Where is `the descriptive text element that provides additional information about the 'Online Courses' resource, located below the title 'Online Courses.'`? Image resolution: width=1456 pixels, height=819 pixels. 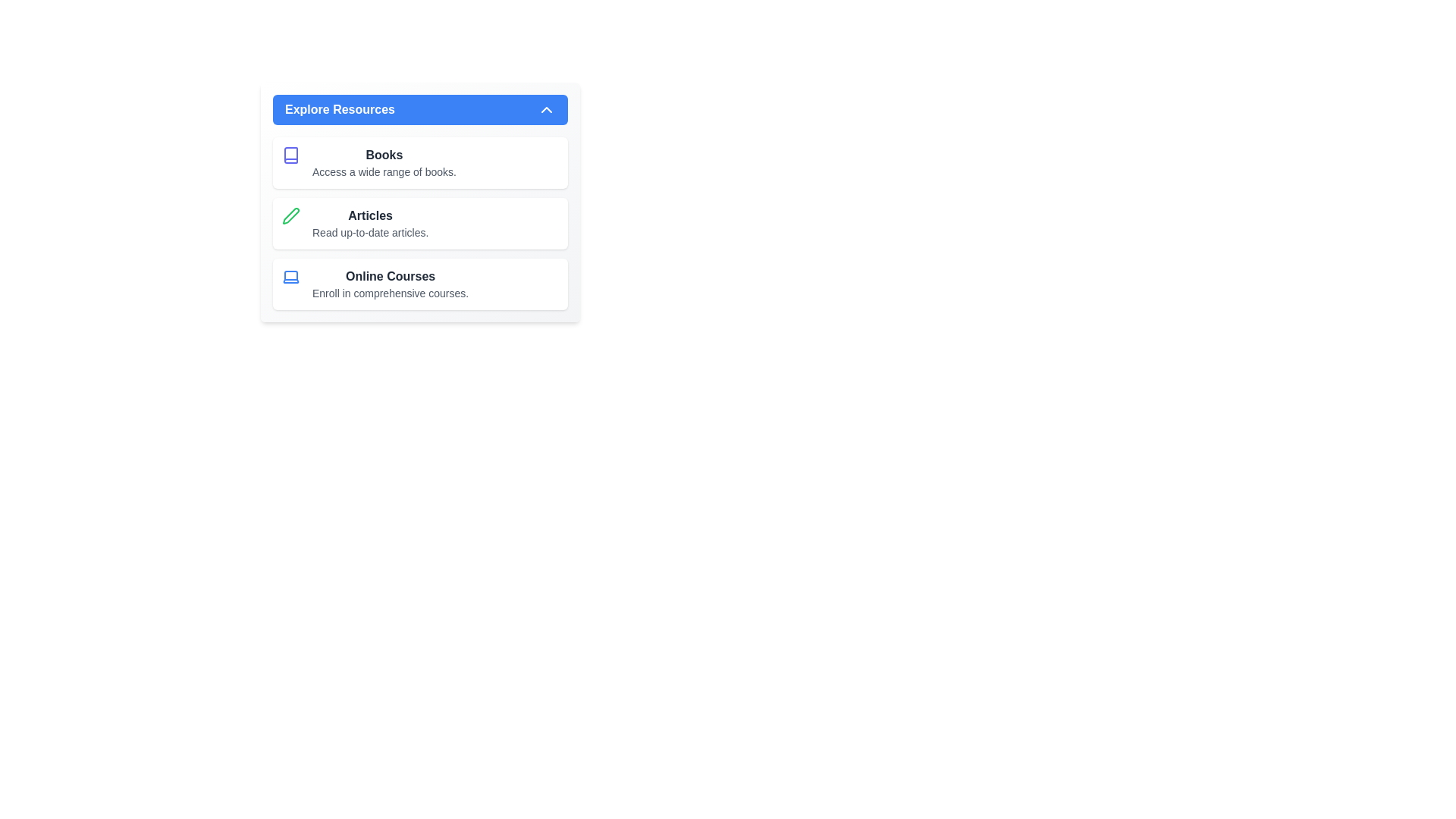 the descriptive text element that provides additional information about the 'Online Courses' resource, located below the title 'Online Courses.' is located at coordinates (391, 293).